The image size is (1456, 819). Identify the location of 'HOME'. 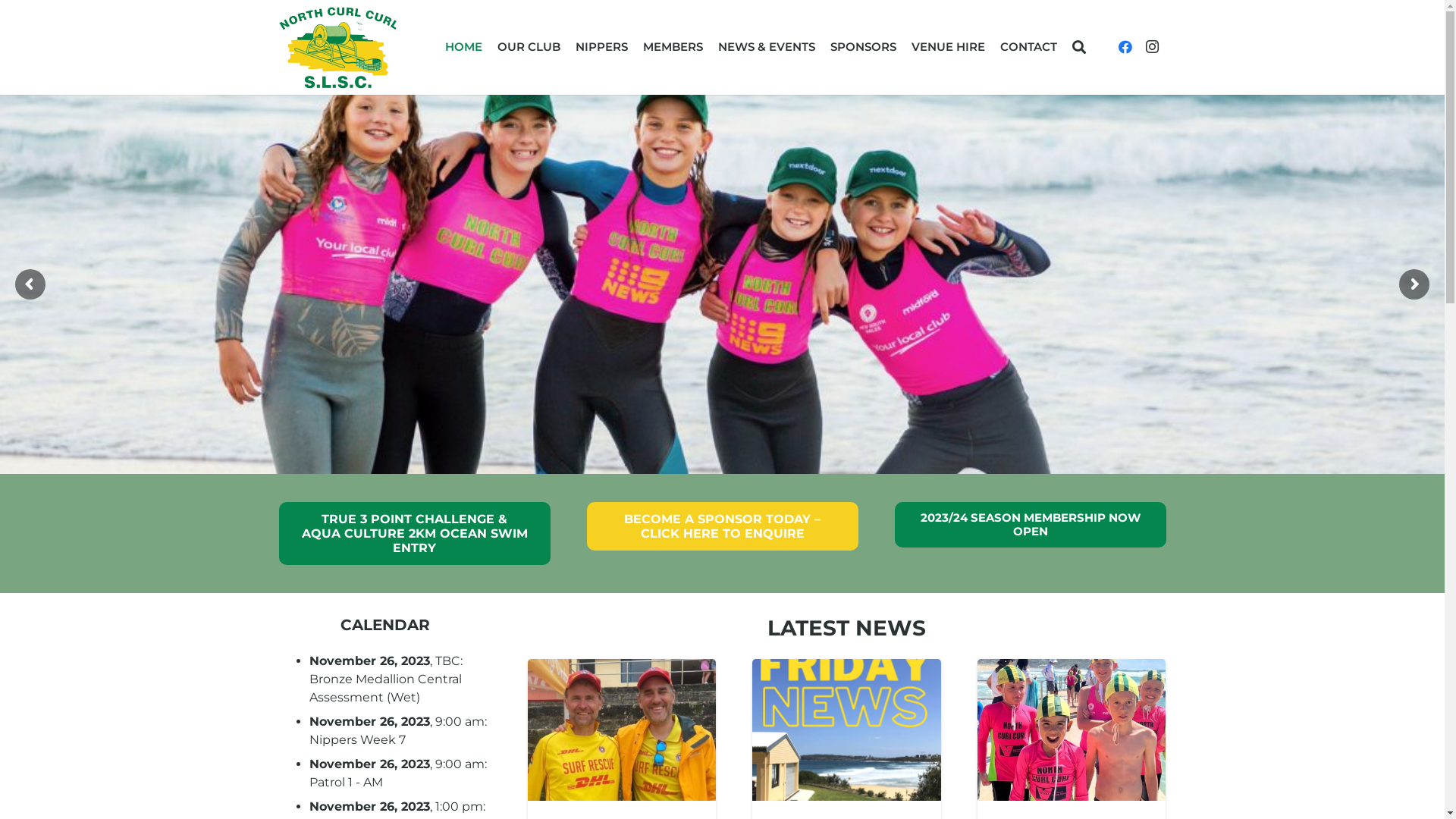
(463, 45).